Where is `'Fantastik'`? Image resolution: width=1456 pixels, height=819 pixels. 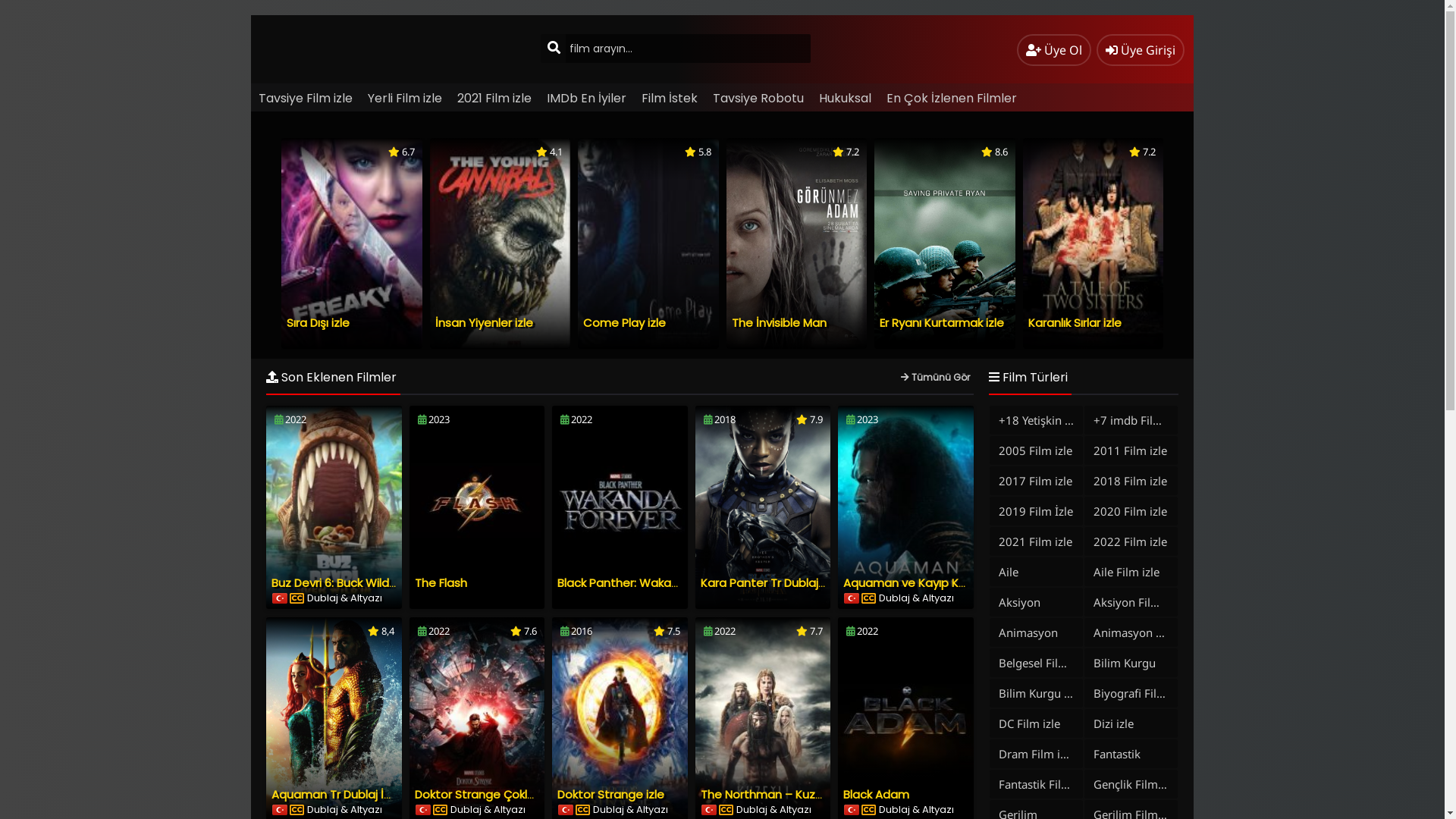
'Fantastik' is located at coordinates (1131, 754).